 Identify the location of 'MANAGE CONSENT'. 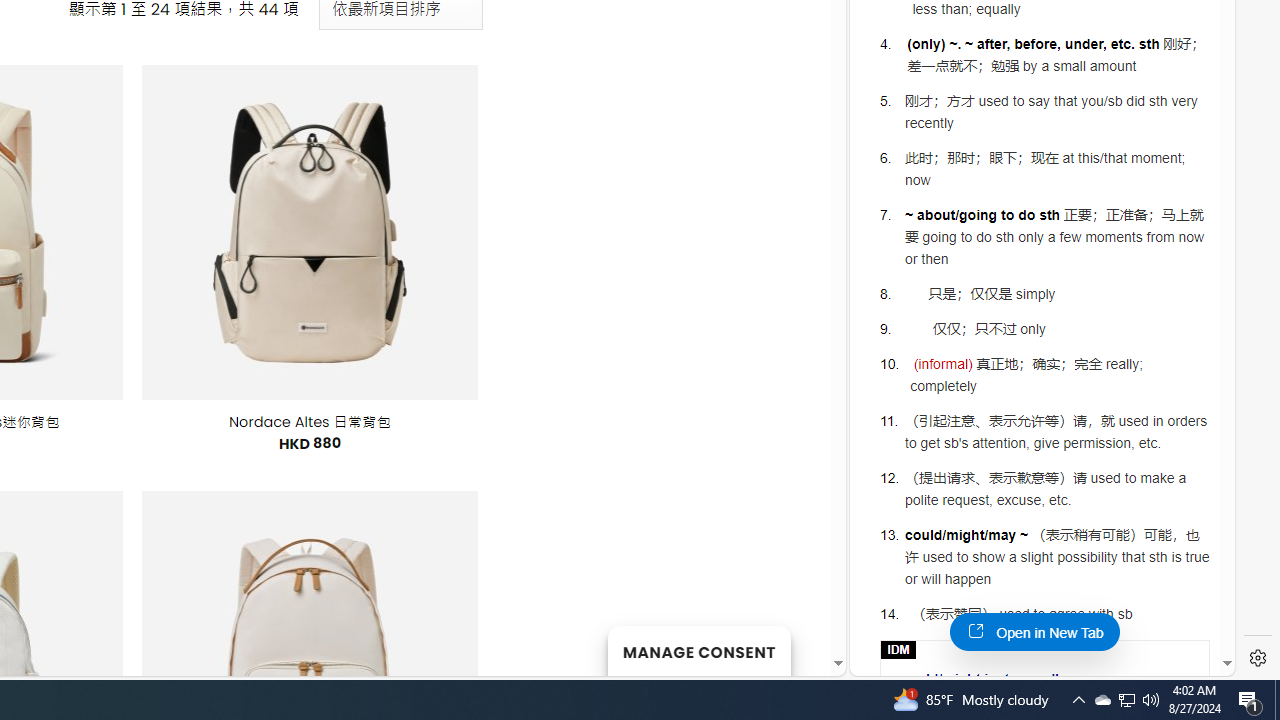
(698, 650).